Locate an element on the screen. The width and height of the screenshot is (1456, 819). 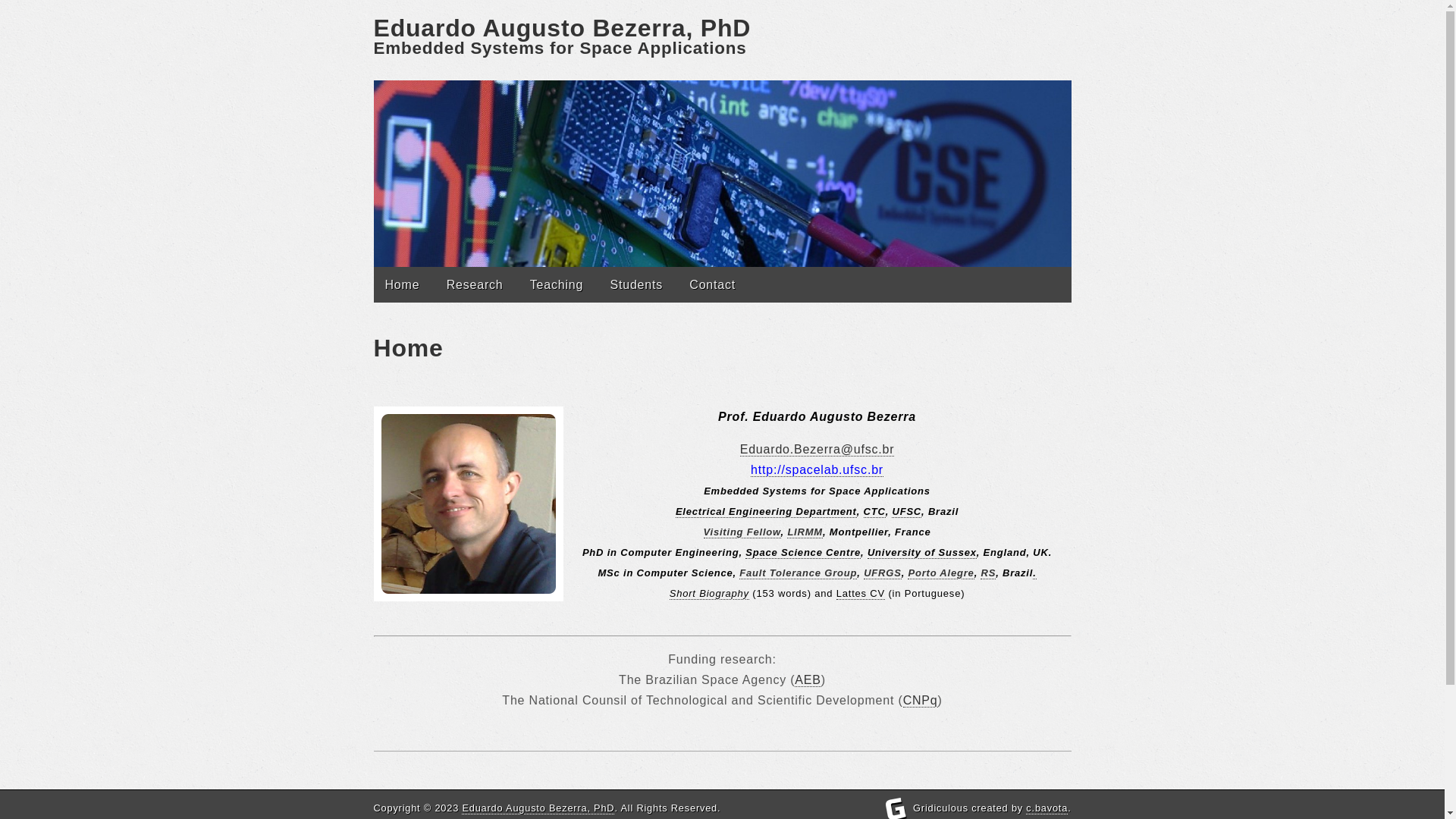
'http://spacelab.ufsc.br' is located at coordinates (816, 469).